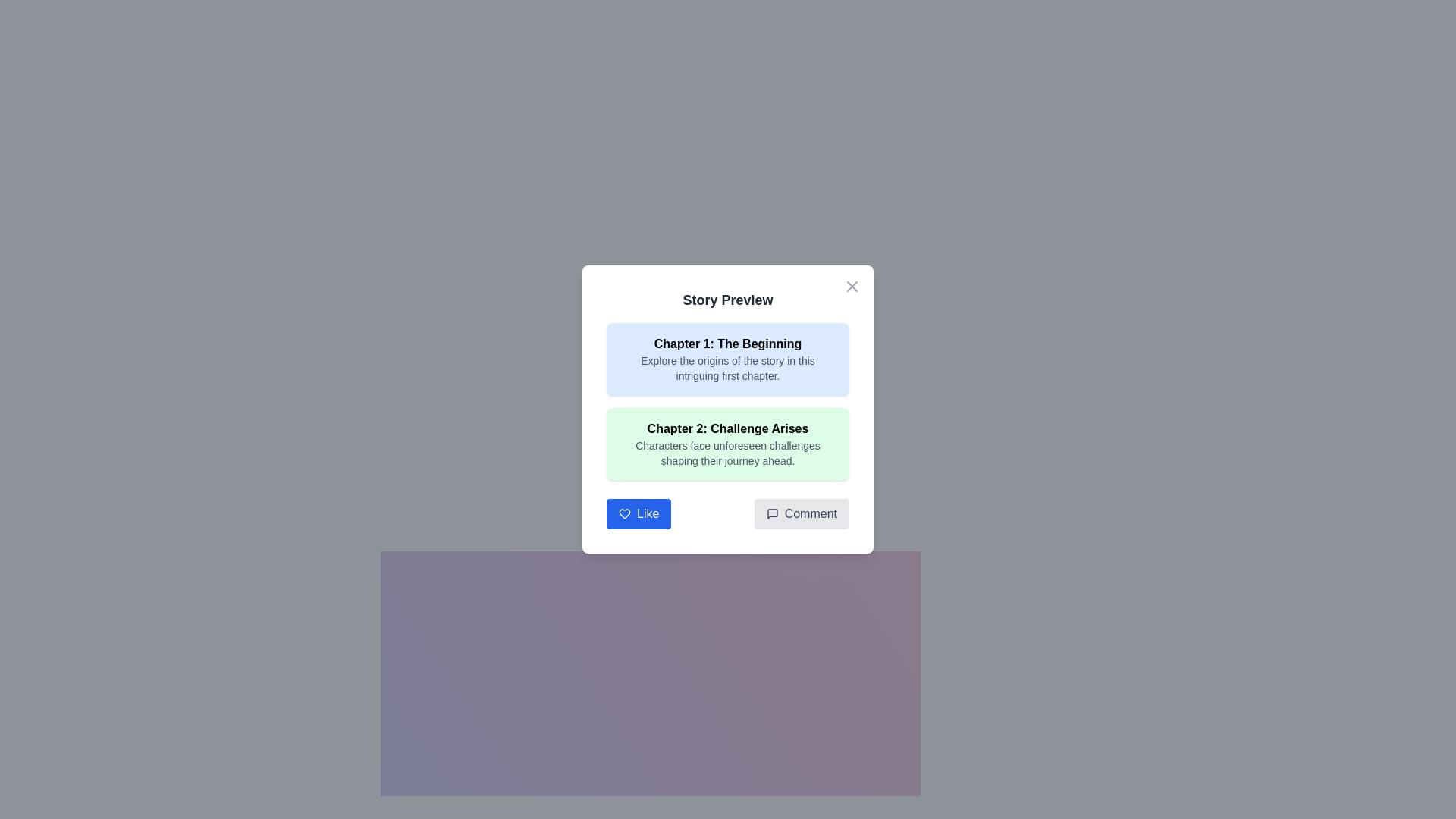  Describe the element at coordinates (772, 513) in the screenshot. I see `the 'Comment' button icon located at the bottom right corner of the dialog box` at that location.